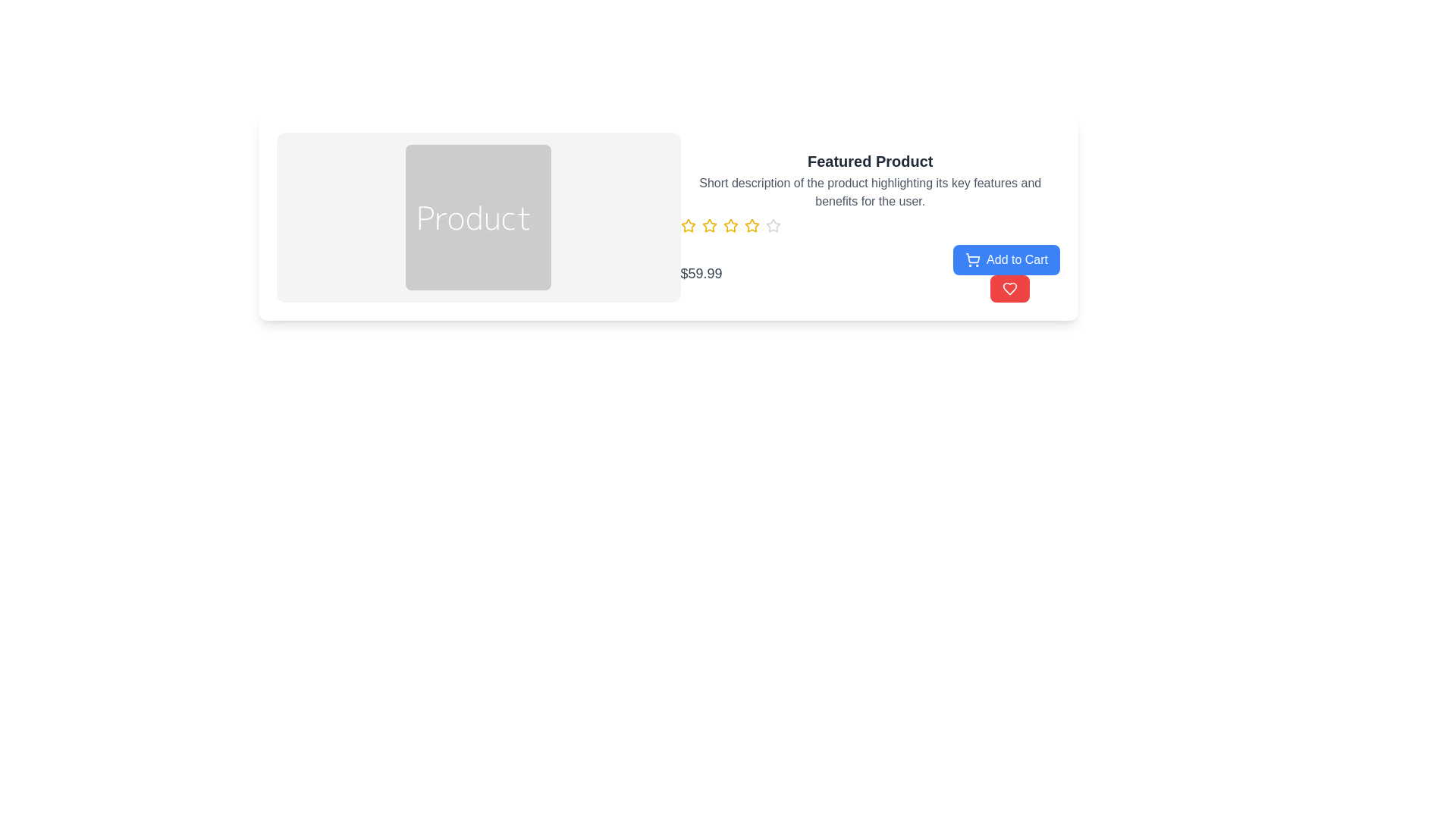  What do you see at coordinates (730, 226) in the screenshot?
I see `the fourth star icon in the rating system to adjust or view the rating` at bounding box center [730, 226].